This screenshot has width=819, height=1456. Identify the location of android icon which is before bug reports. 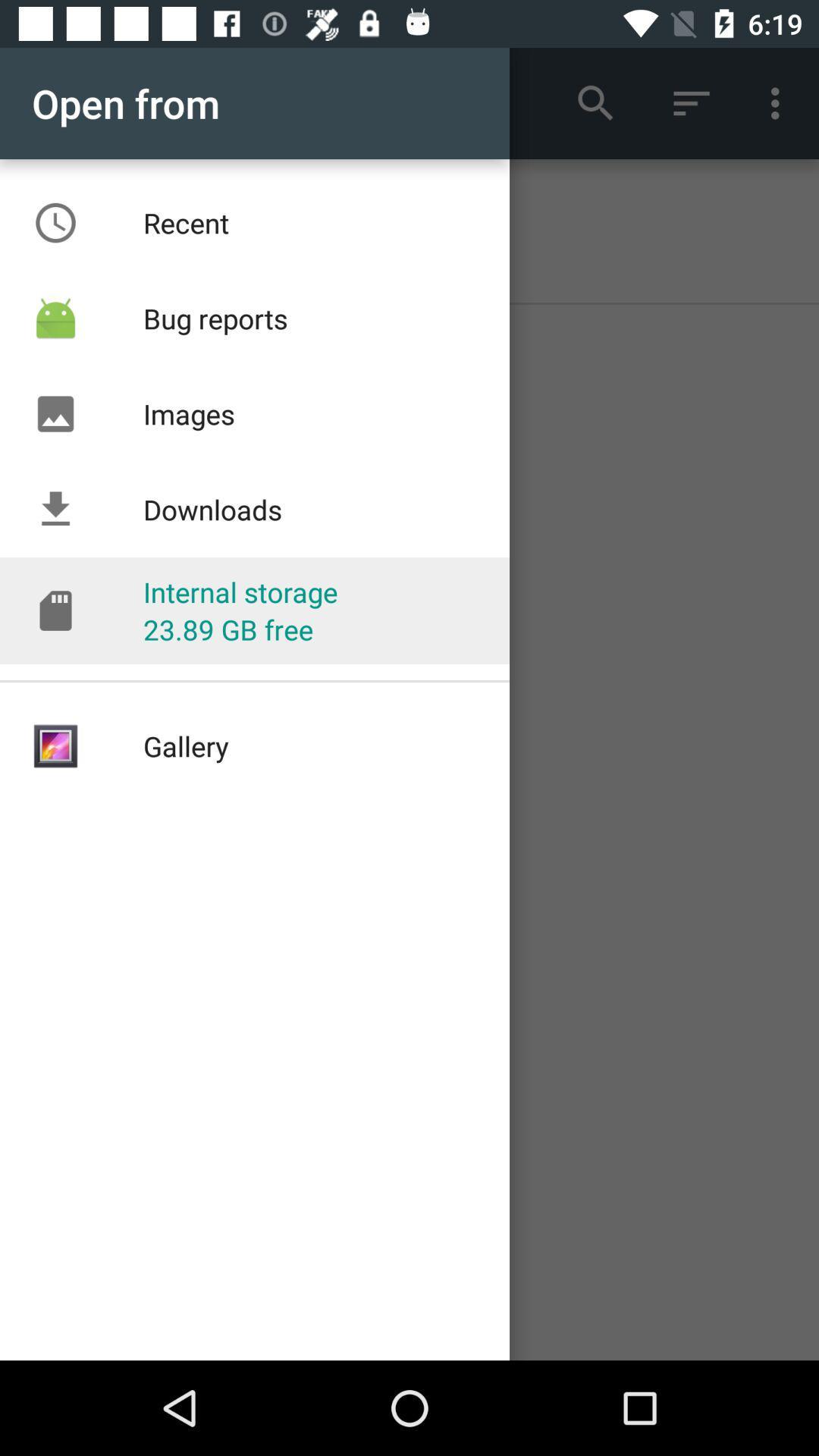
(55, 318).